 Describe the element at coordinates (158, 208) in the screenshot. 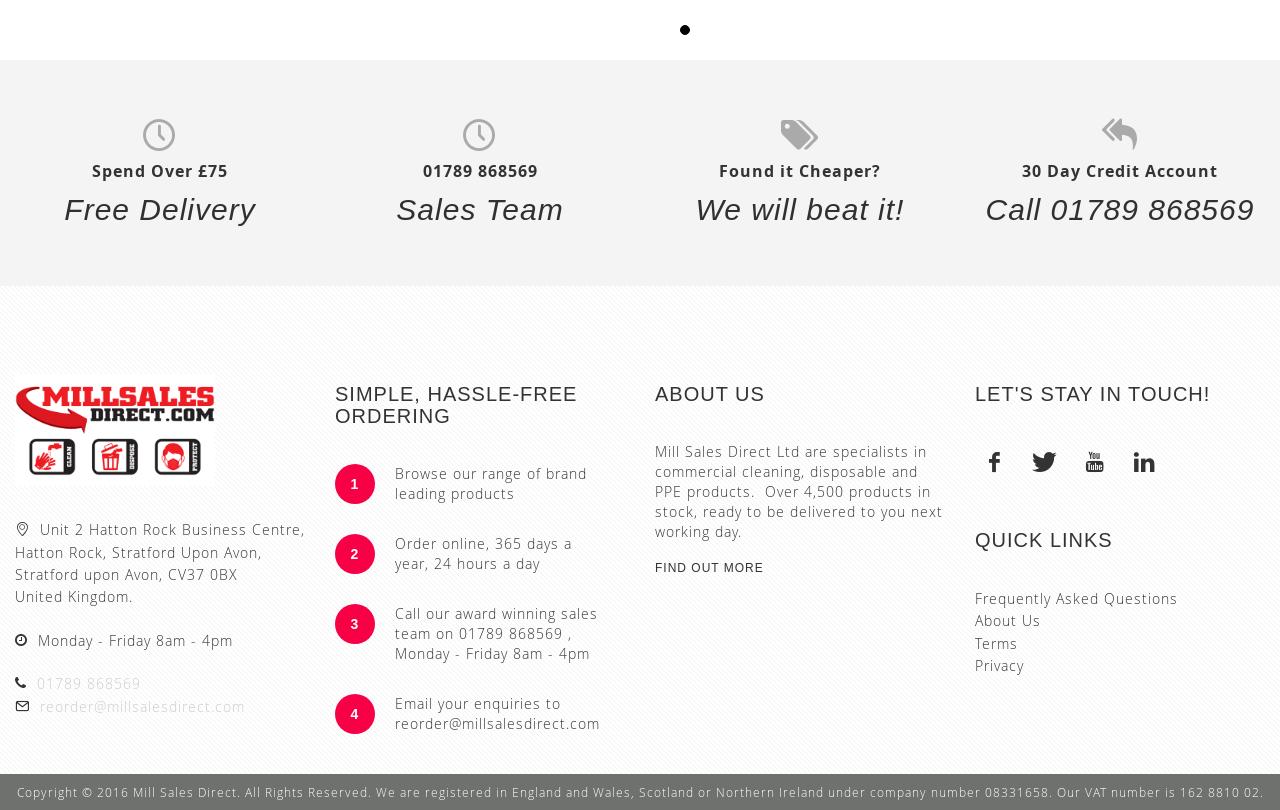

I see `'Free Delivery'` at that location.